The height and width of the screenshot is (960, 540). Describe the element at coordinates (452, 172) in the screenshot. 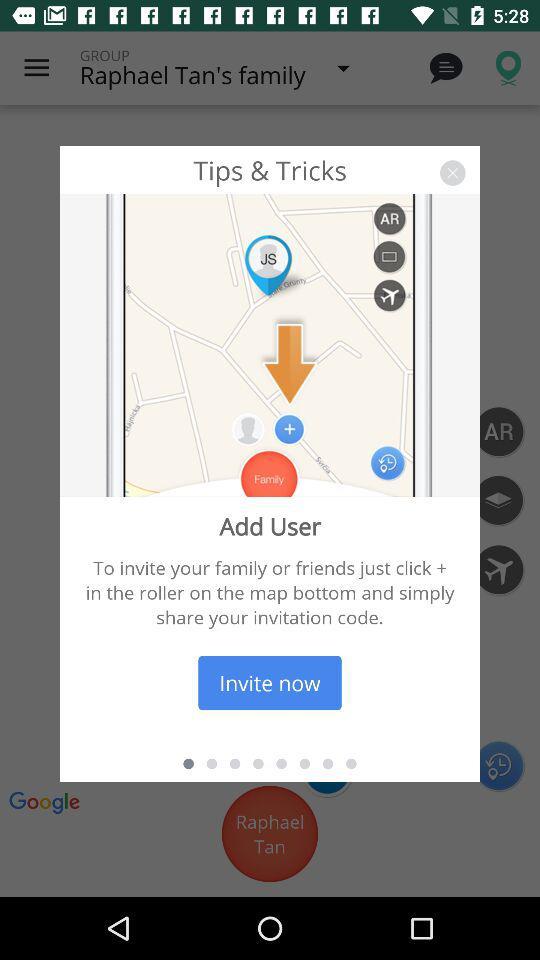

I see `the icon above add user icon` at that location.